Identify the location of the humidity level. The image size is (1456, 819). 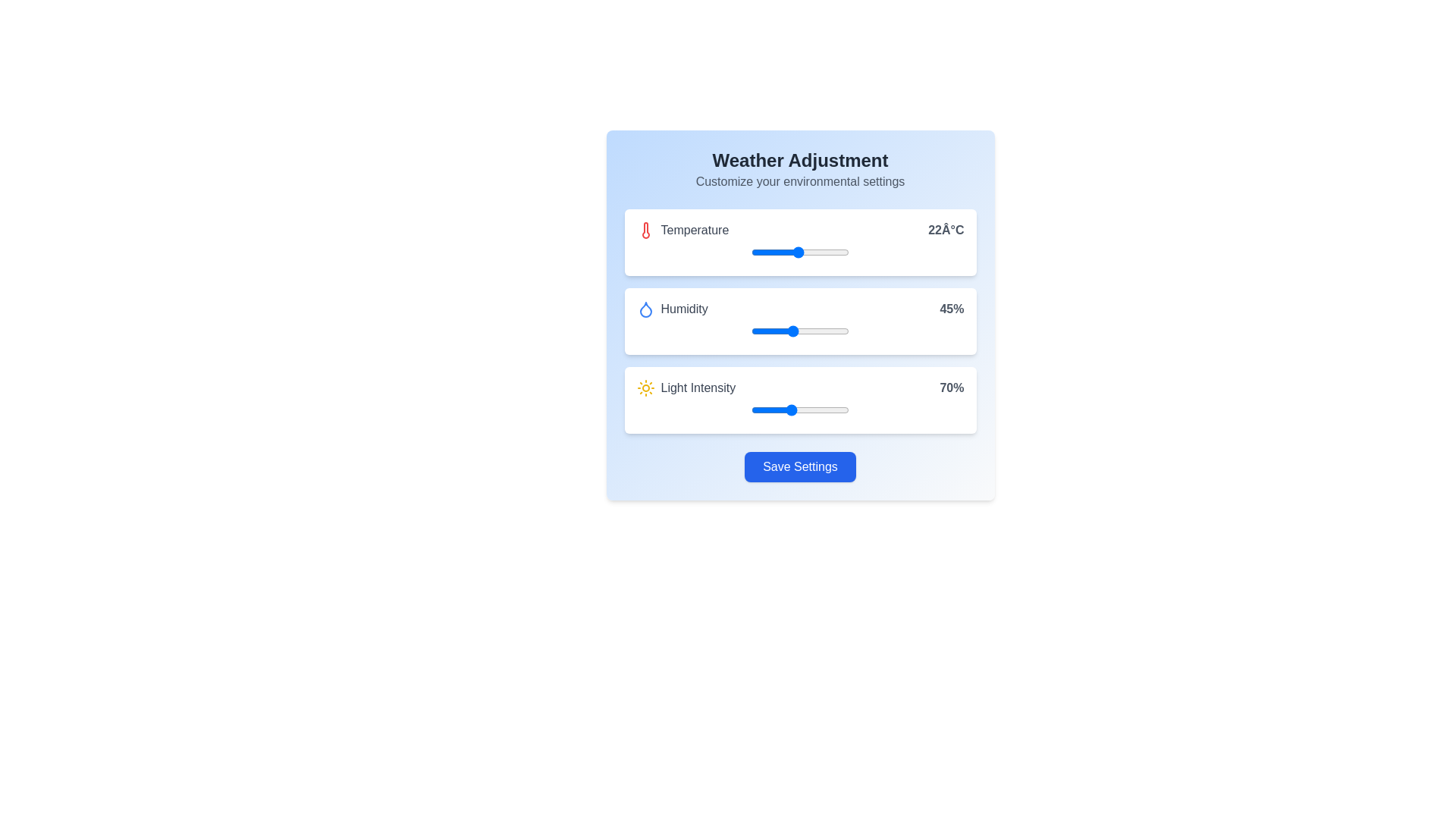
(796, 330).